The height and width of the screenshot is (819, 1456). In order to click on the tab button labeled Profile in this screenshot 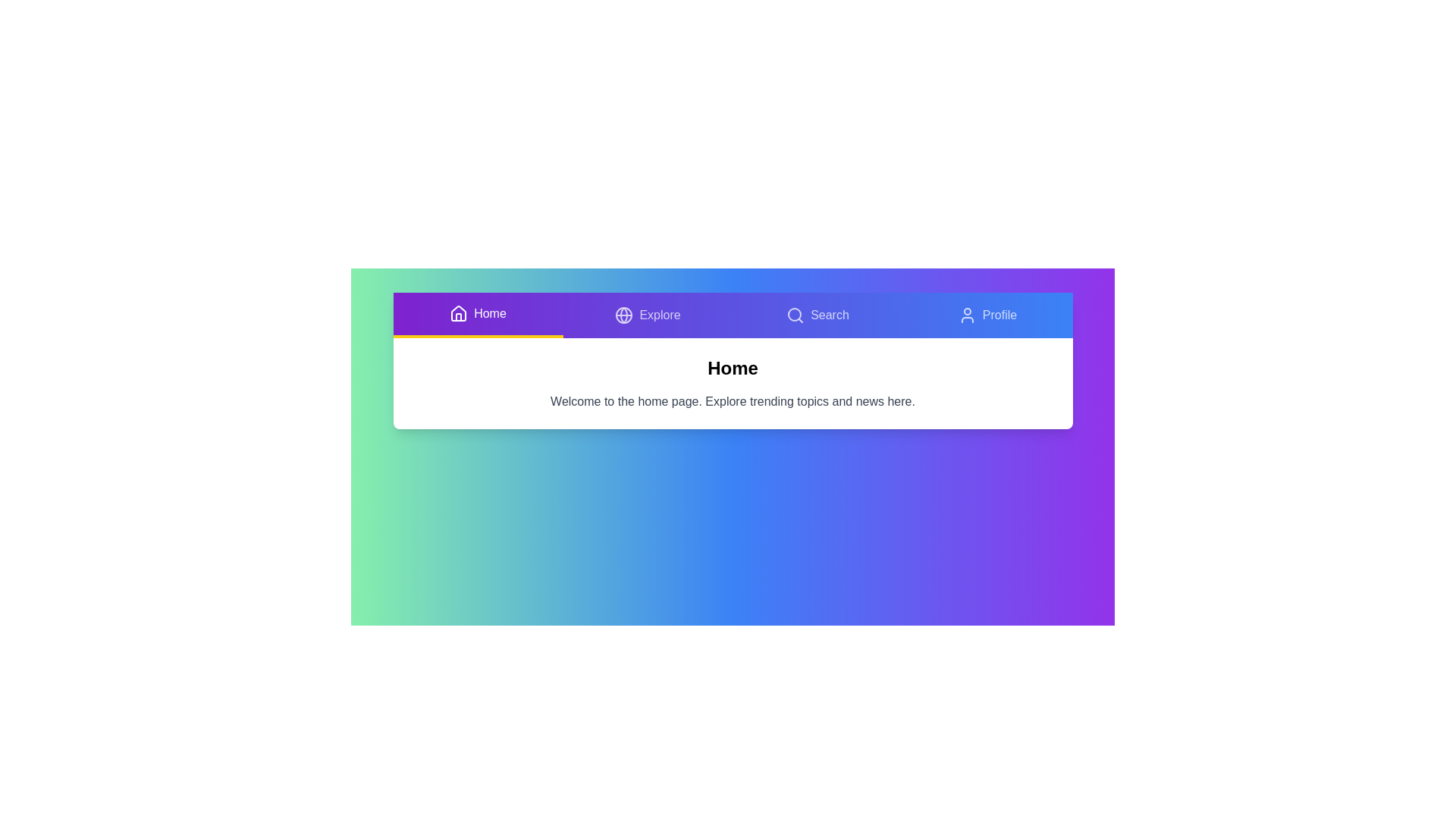, I will do `click(987, 315)`.